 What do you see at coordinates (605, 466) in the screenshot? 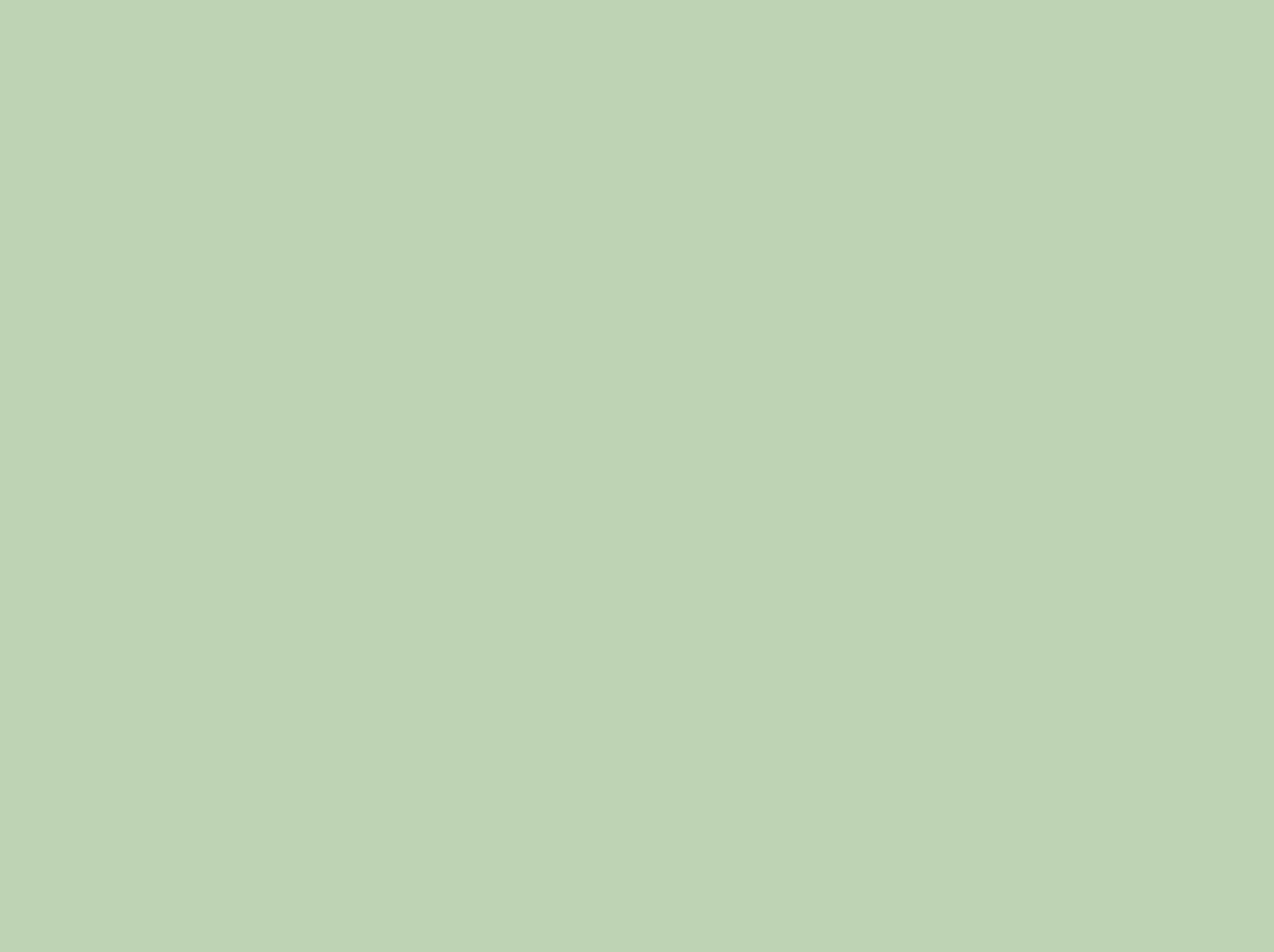
I see `'65th. Justin Thurston'` at bounding box center [605, 466].